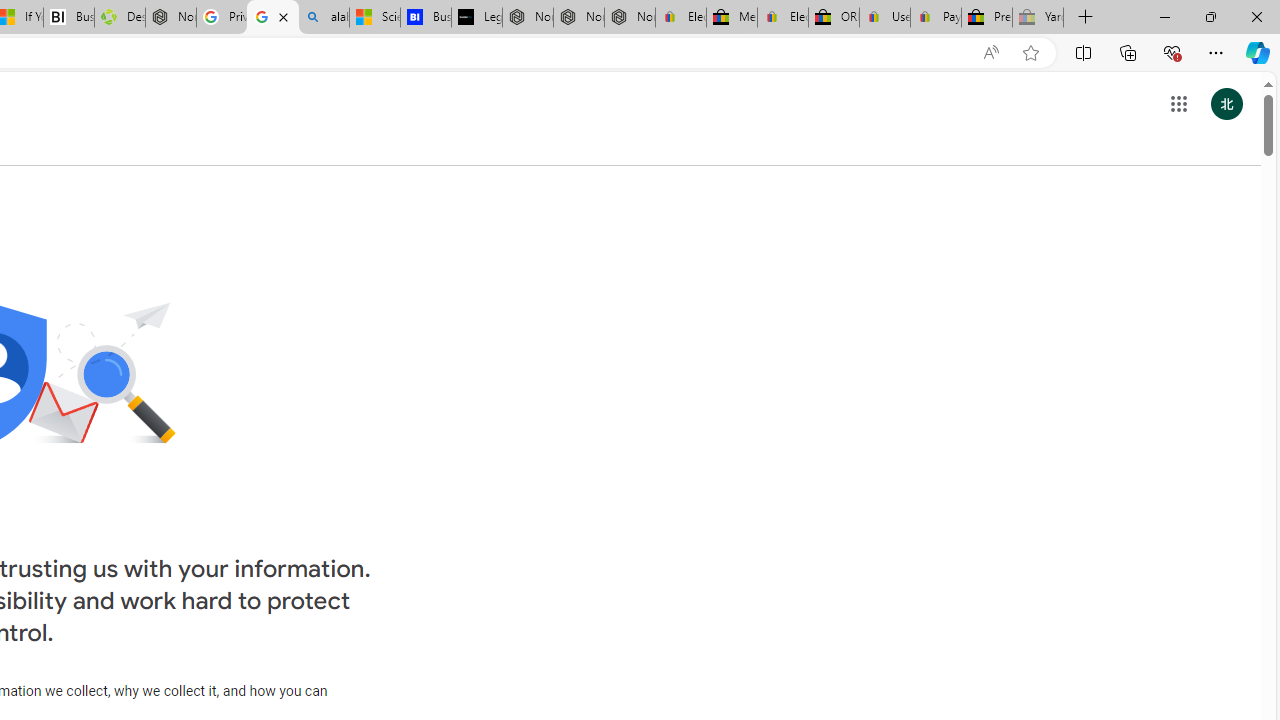 The height and width of the screenshot is (720, 1280). What do you see at coordinates (1178, 104) in the screenshot?
I see `'Google apps'` at bounding box center [1178, 104].